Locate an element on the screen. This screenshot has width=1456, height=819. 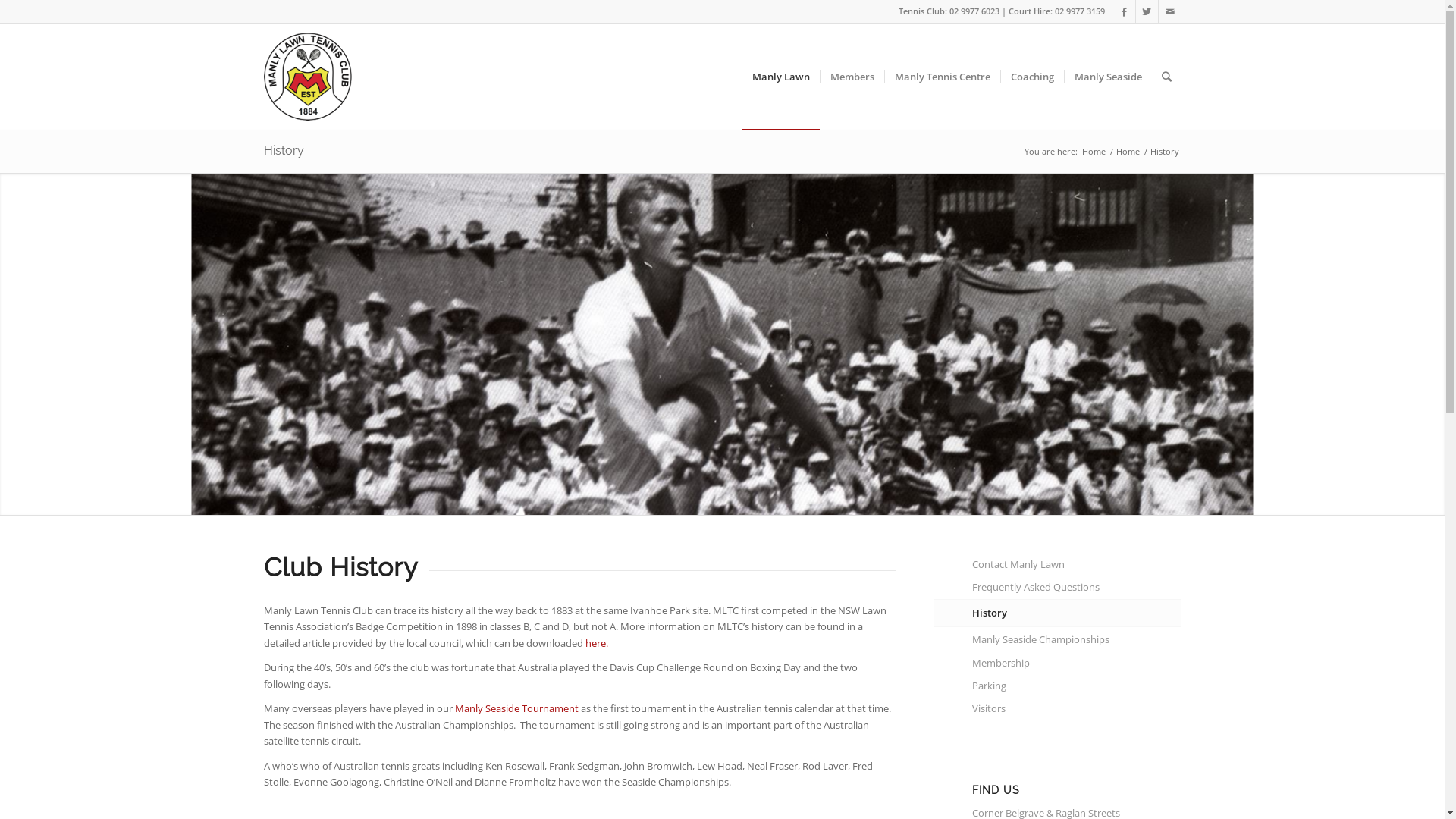
'Coaching' is located at coordinates (1031, 76).